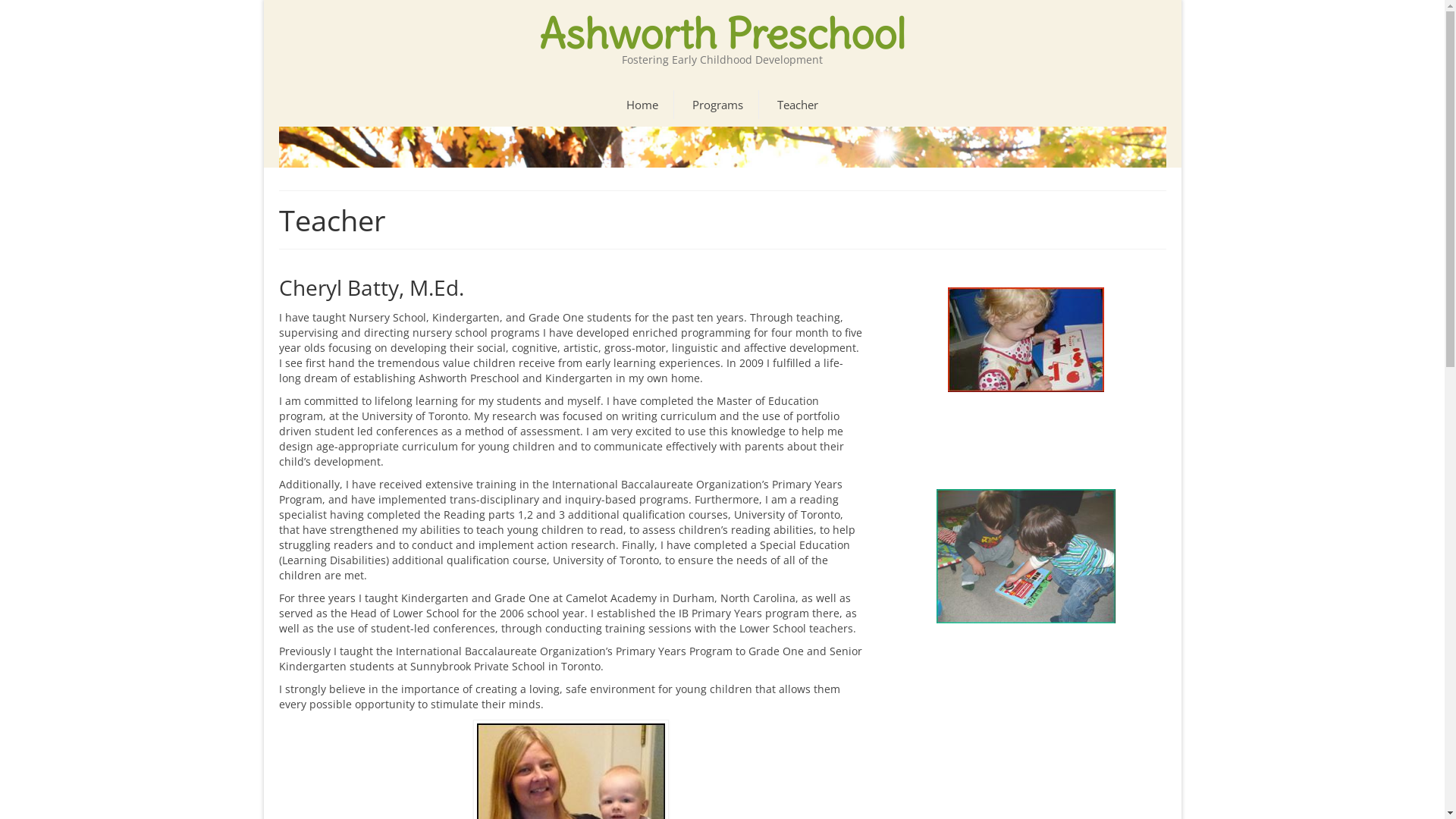 The height and width of the screenshot is (819, 1456). Describe the element at coordinates (642, 104) in the screenshot. I see `'Home'` at that location.